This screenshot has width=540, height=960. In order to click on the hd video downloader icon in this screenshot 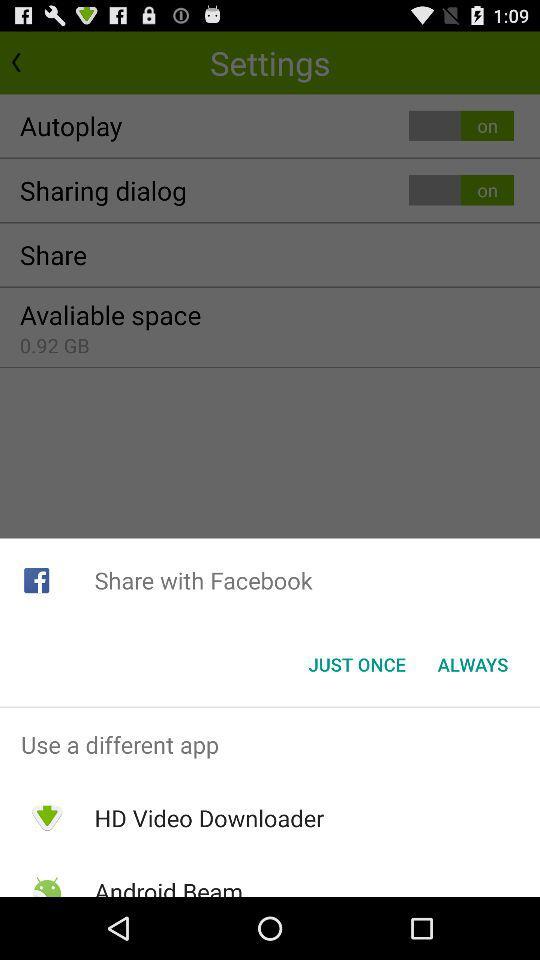, I will do `click(208, 818)`.